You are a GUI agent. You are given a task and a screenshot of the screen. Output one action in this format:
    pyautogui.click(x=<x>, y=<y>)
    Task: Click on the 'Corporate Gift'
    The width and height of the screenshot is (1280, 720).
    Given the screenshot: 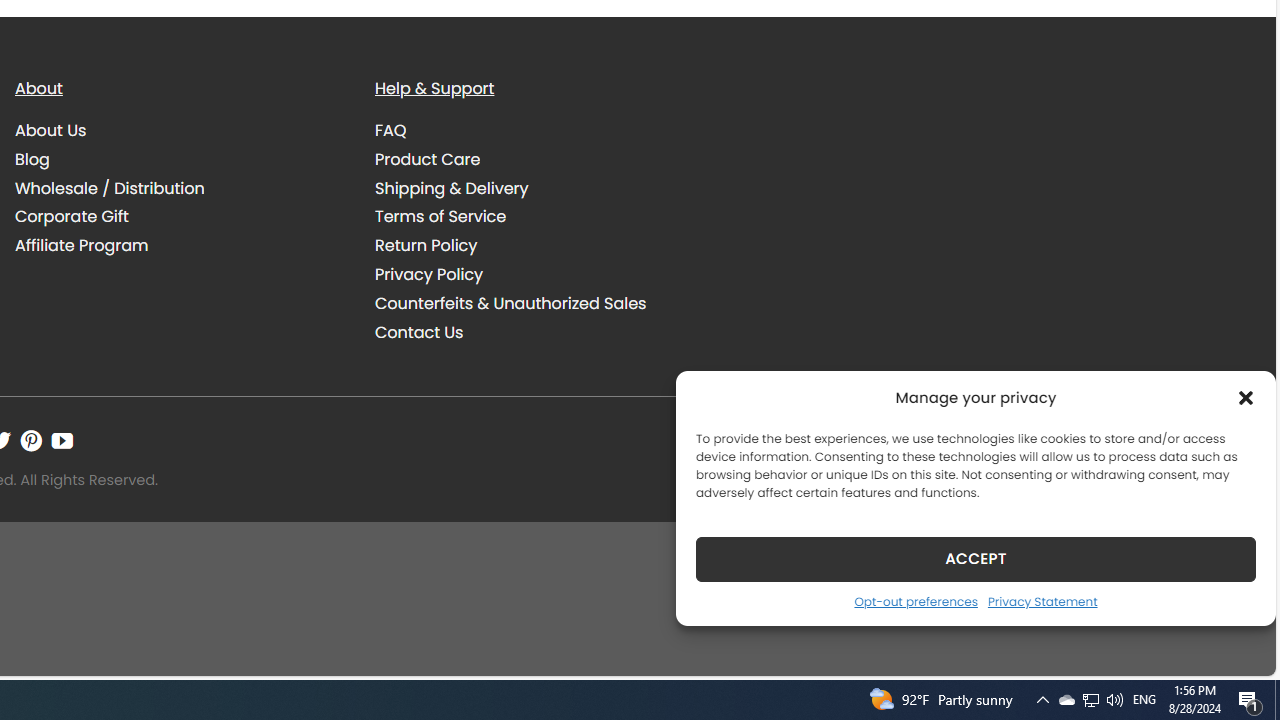 What is the action you would take?
    pyautogui.click(x=180, y=216)
    